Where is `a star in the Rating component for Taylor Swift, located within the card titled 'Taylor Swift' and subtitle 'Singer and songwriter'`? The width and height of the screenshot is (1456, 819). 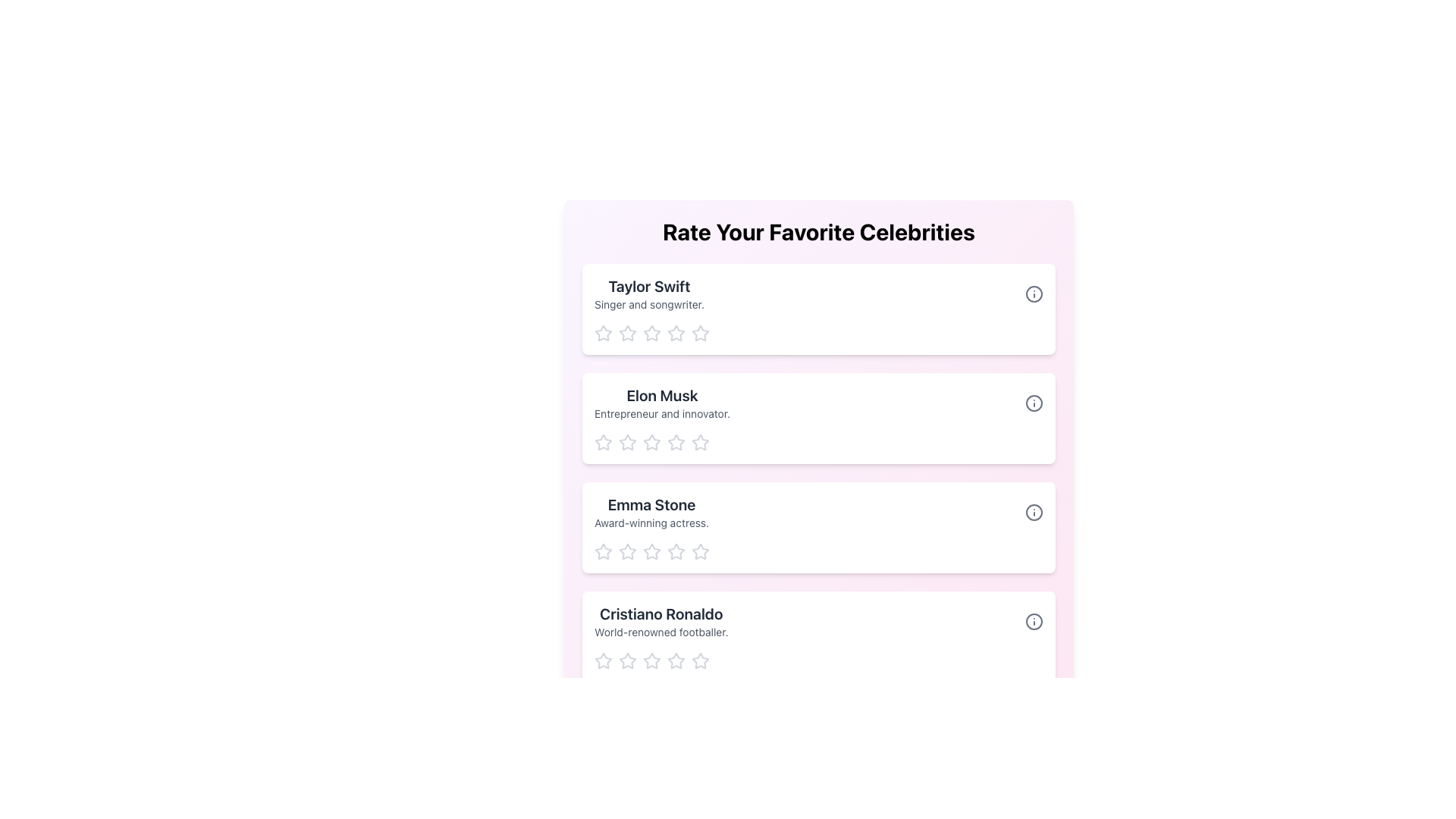 a star in the Rating component for Taylor Swift, located within the card titled 'Taylor Swift' and subtitle 'Singer and songwriter' is located at coordinates (818, 327).